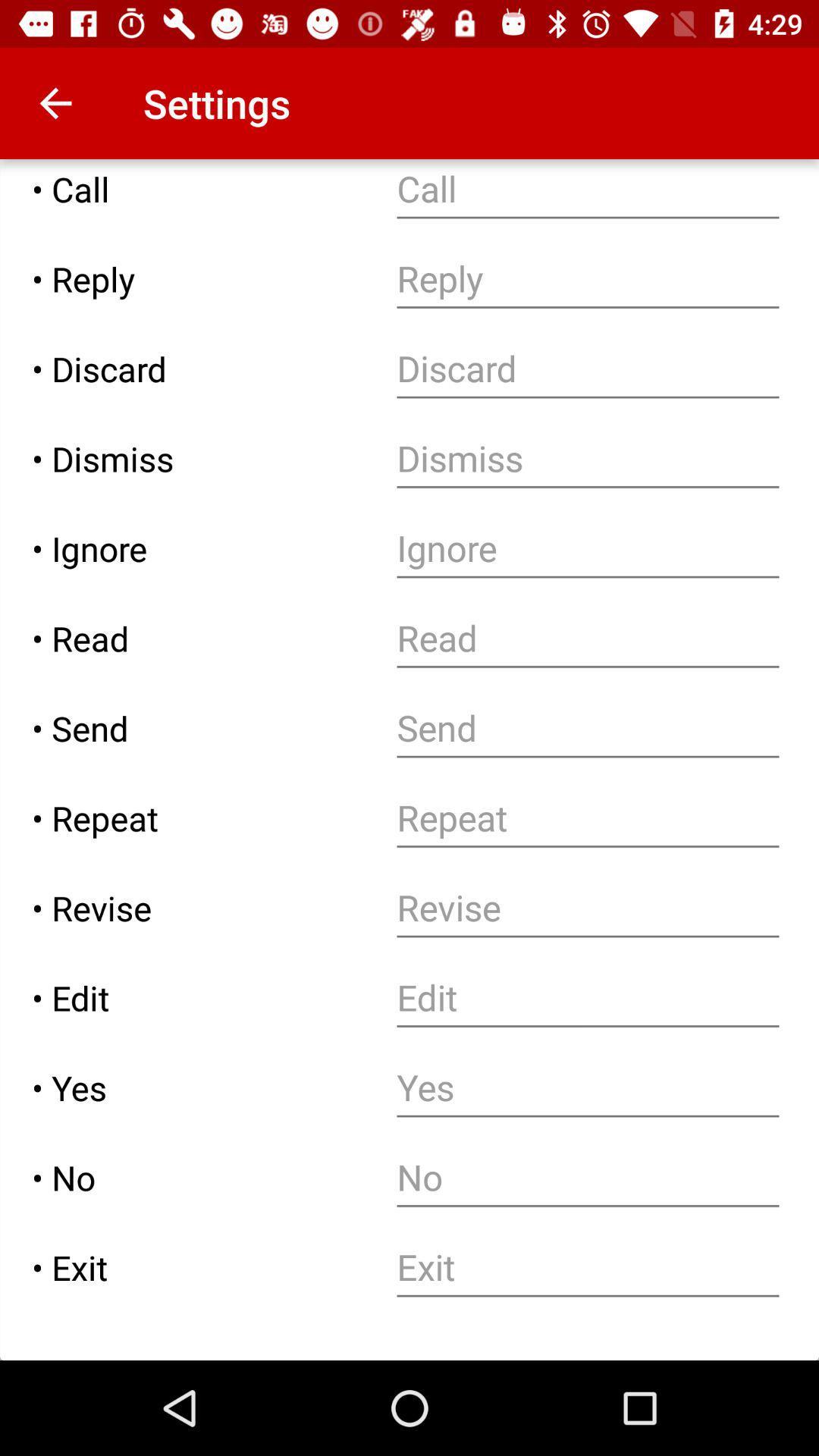 This screenshot has height=1456, width=819. I want to click on send text, so click(587, 728).